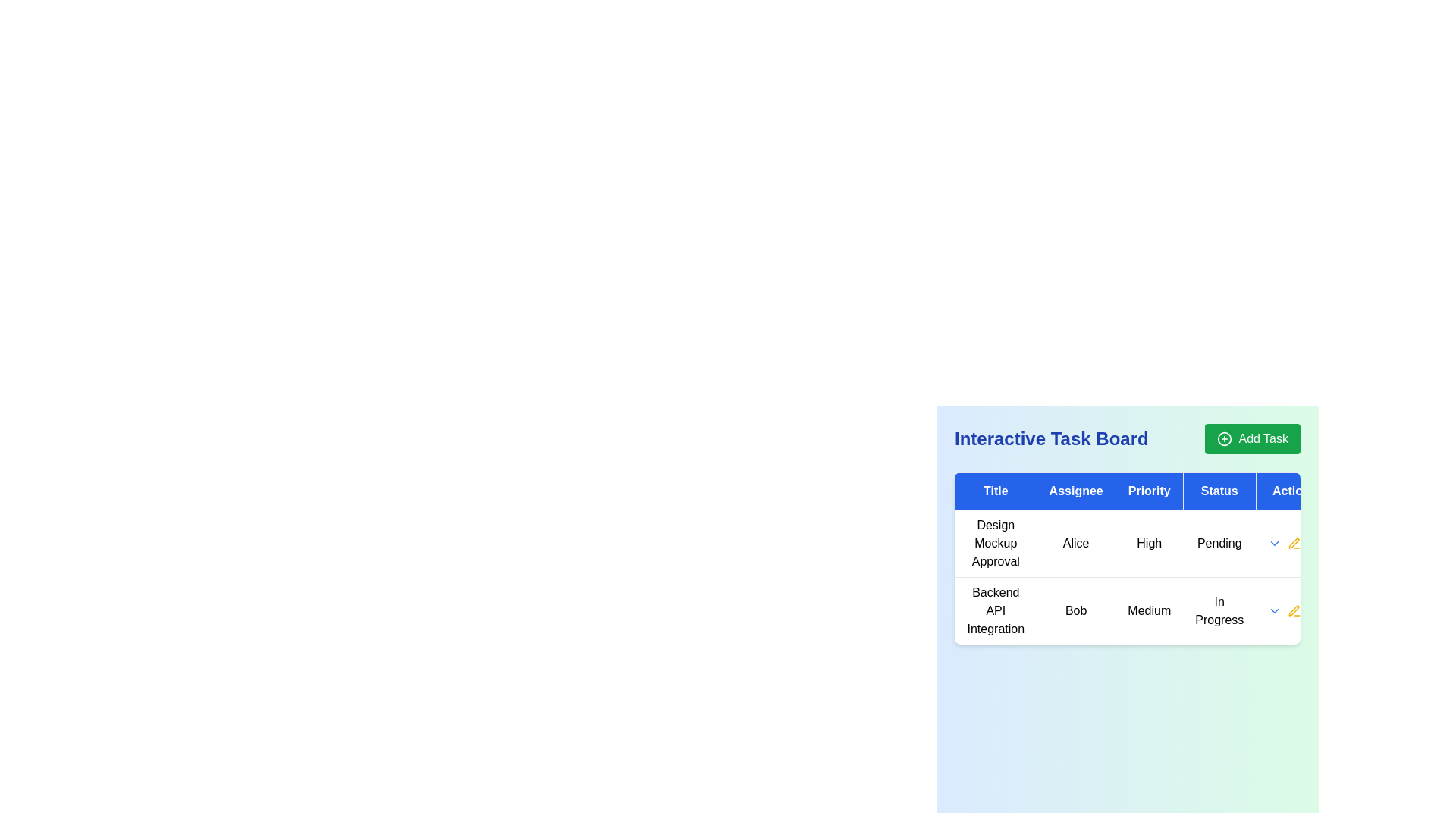  I want to click on the text label displaying 'In Progress' in the second row of the 'Status' column in the 'Interactive Task Board.', so click(1219, 610).